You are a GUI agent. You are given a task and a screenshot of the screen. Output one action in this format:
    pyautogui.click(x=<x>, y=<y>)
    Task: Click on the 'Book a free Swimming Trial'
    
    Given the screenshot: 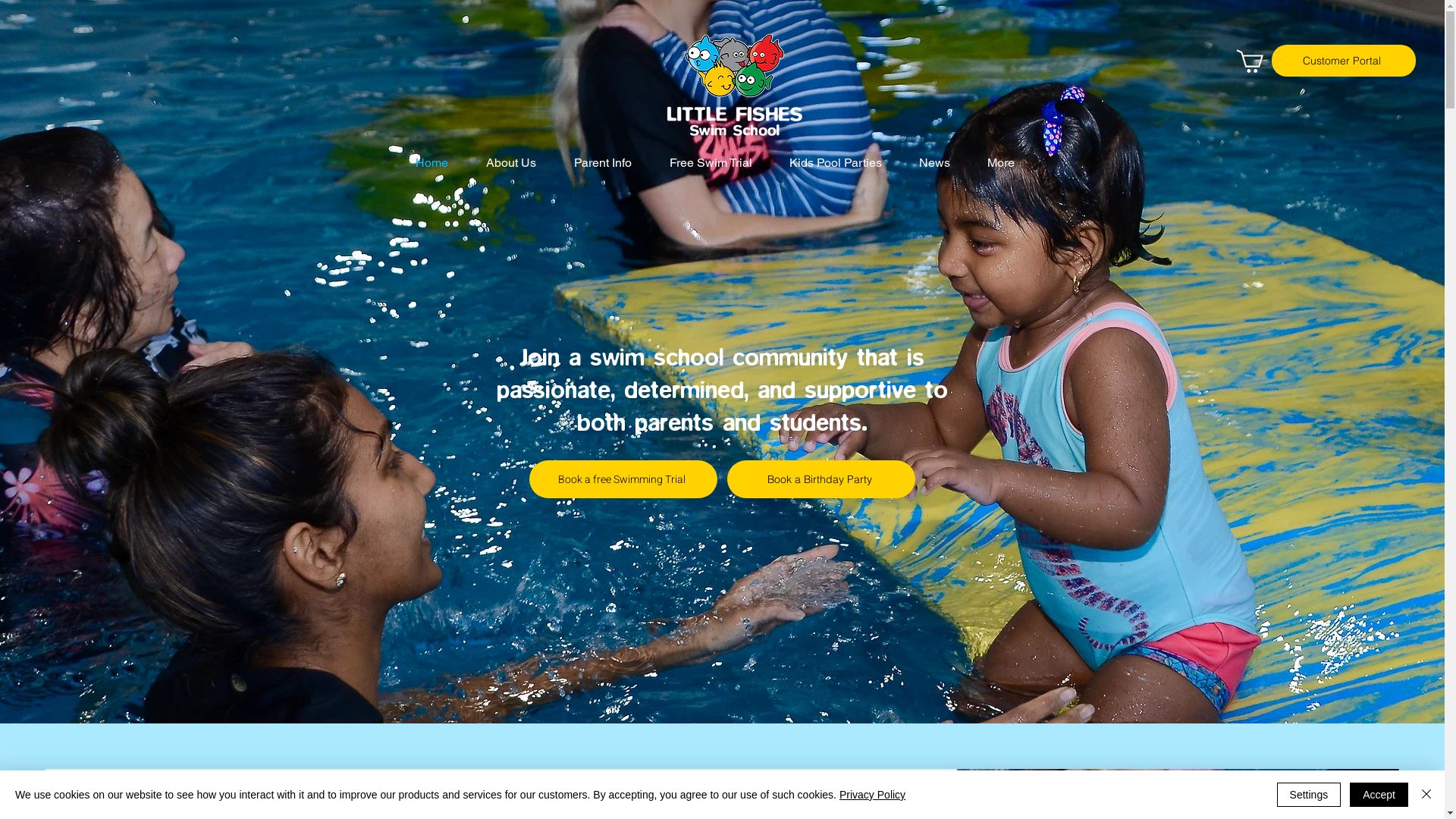 What is the action you would take?
    pyautogui.click(x=618, y=479)
    